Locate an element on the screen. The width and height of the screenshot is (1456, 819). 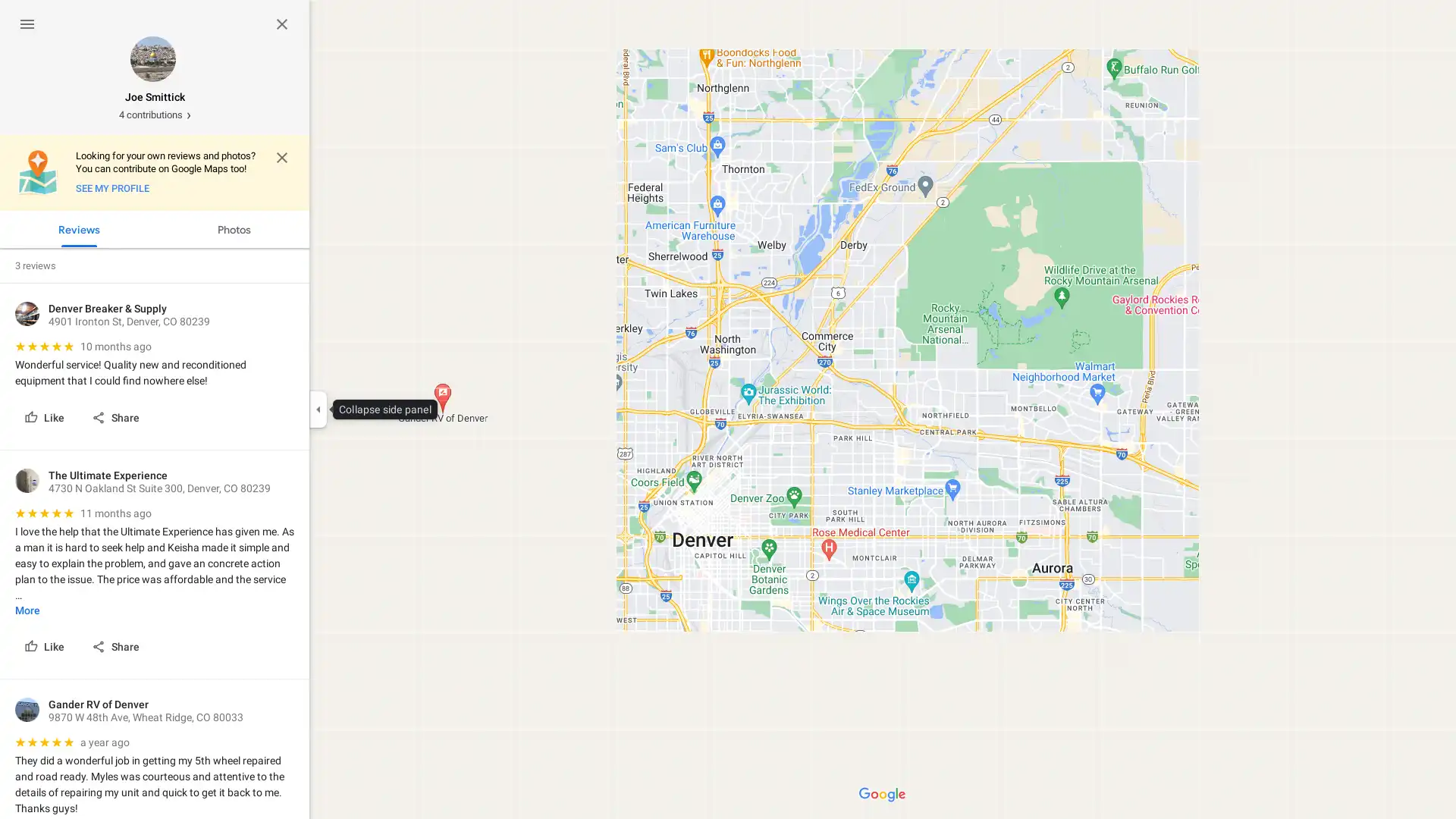
Collapse side panel is located at coordinates (317, 409).